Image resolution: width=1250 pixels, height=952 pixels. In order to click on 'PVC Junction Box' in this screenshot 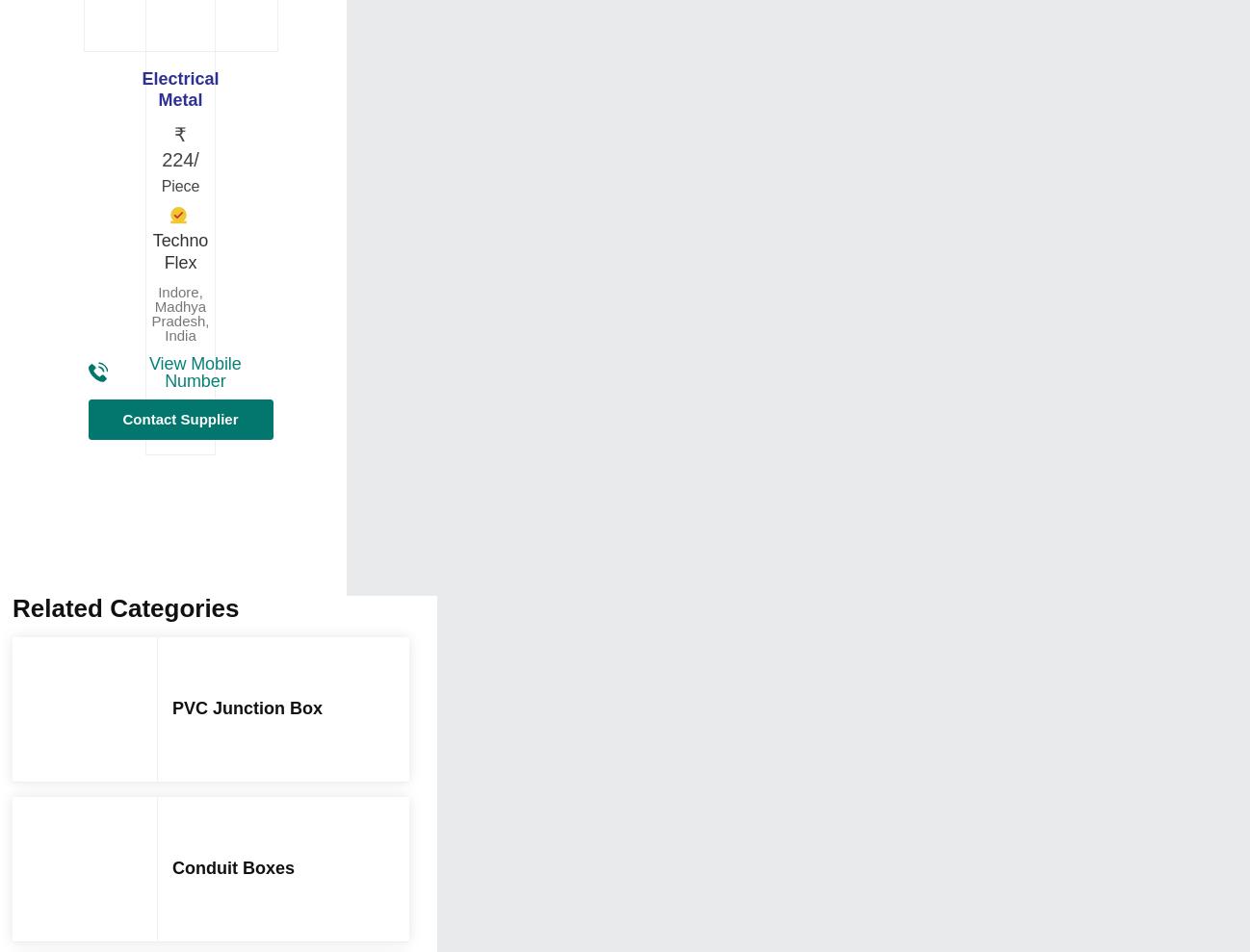, I will do `click(247, 708)`.